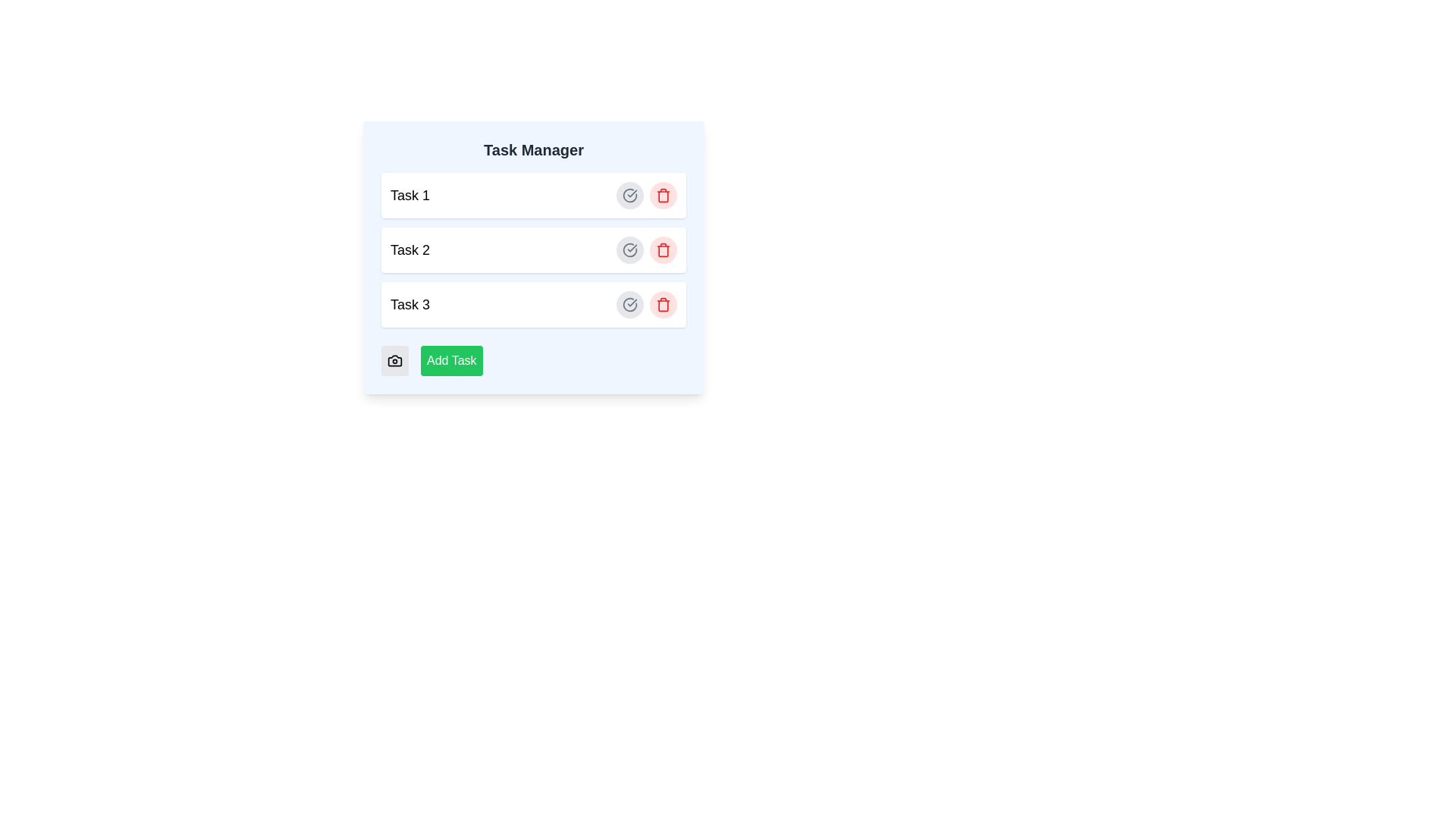 The height and width of the screenshot is (819, 1456). What do you see at coordinates (629, 195) in the screenshot?
I see `the circular button with a gray background and centered checkmark icon located at the top-right corner of the row associated with 'Task 1'` at bounding box center [629, 195].